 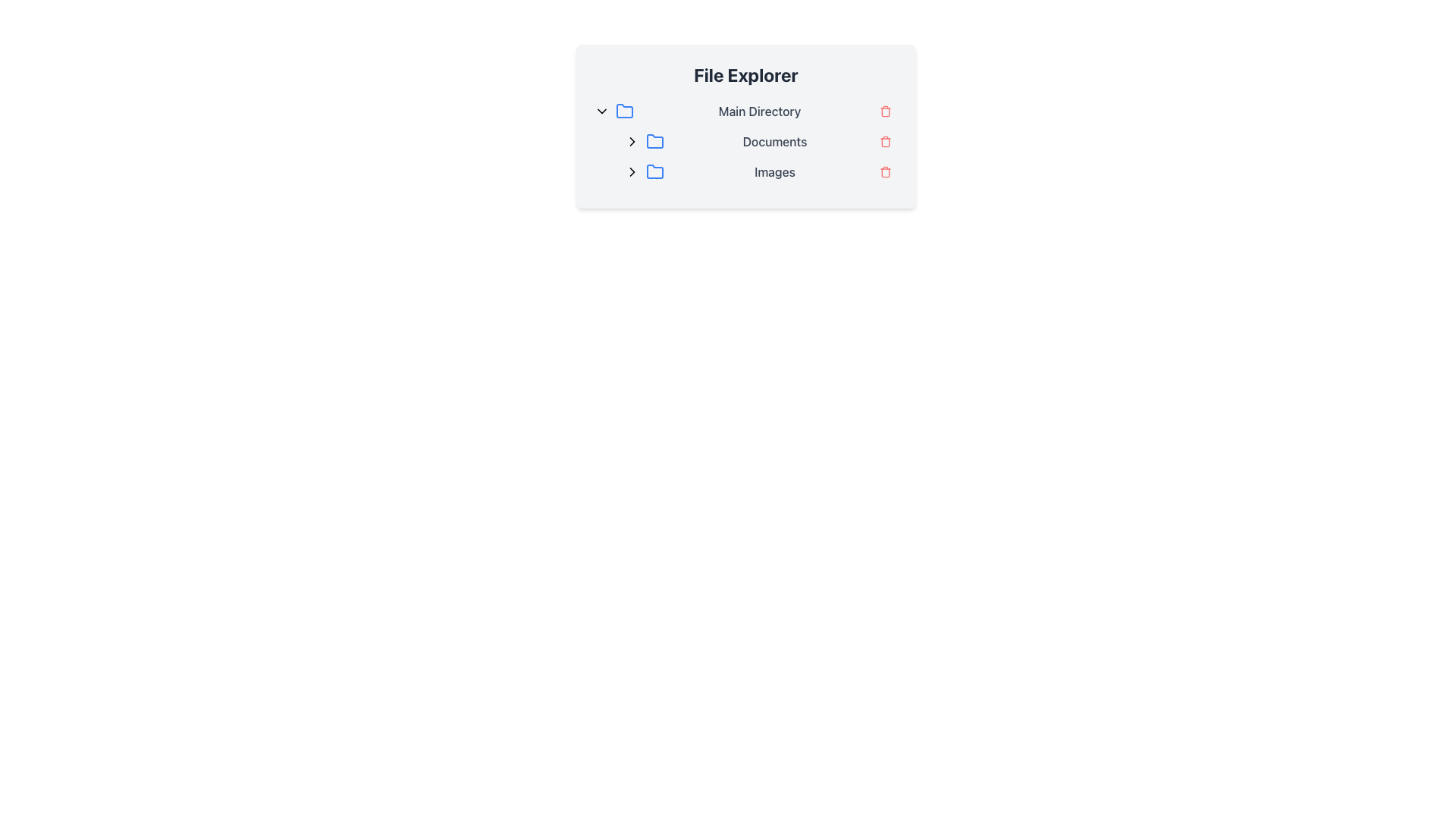 What do you see at coordinates (655, 171) in the screenshot?
I see `the blue folder icon located in the third row of the 'File Explorer' under the entry labeled 'Images'` at bounding box center [655, 171].